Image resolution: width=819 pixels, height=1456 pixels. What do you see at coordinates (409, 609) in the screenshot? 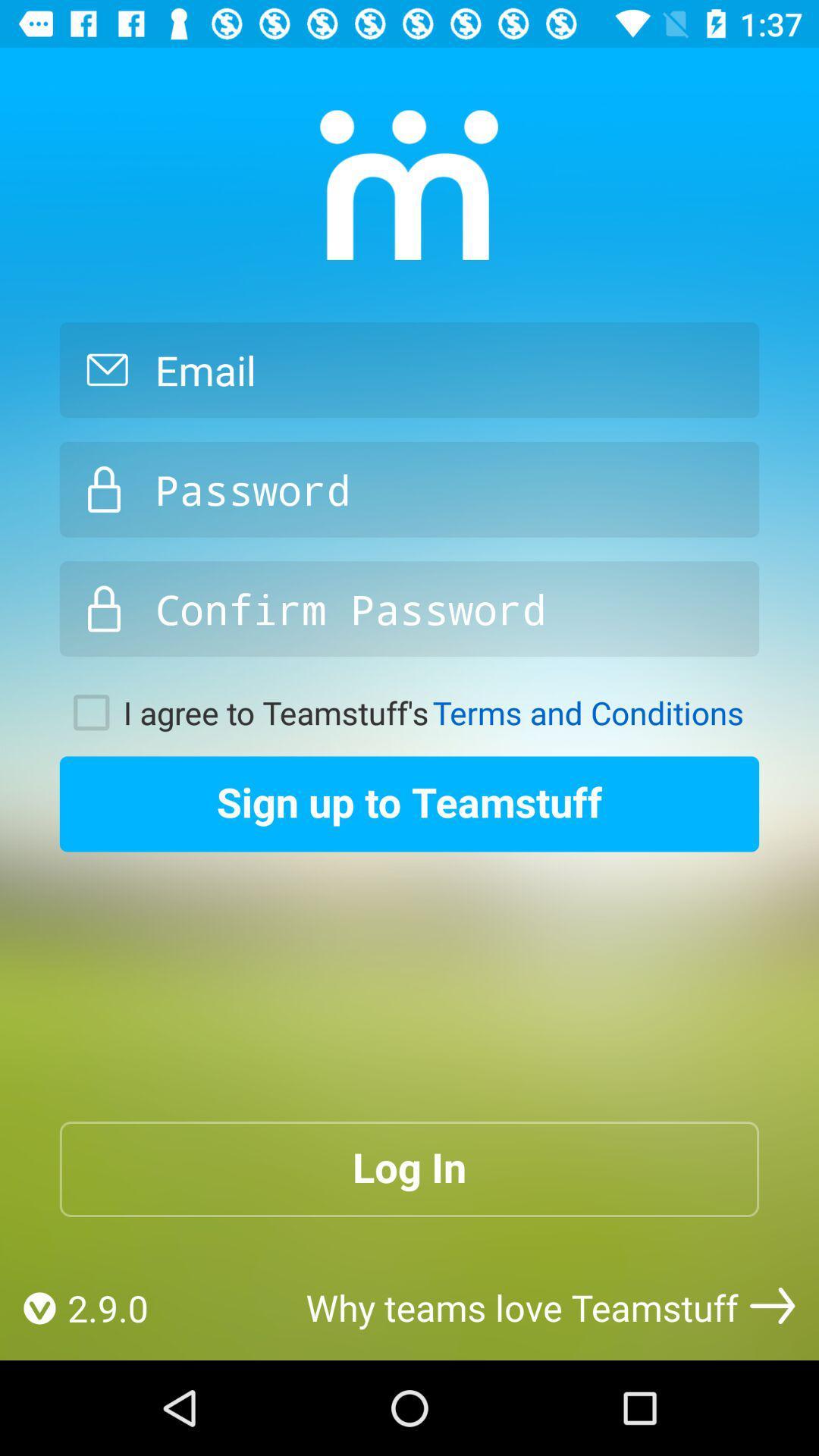
I see `confirm password` at bounding box center [409, 609].